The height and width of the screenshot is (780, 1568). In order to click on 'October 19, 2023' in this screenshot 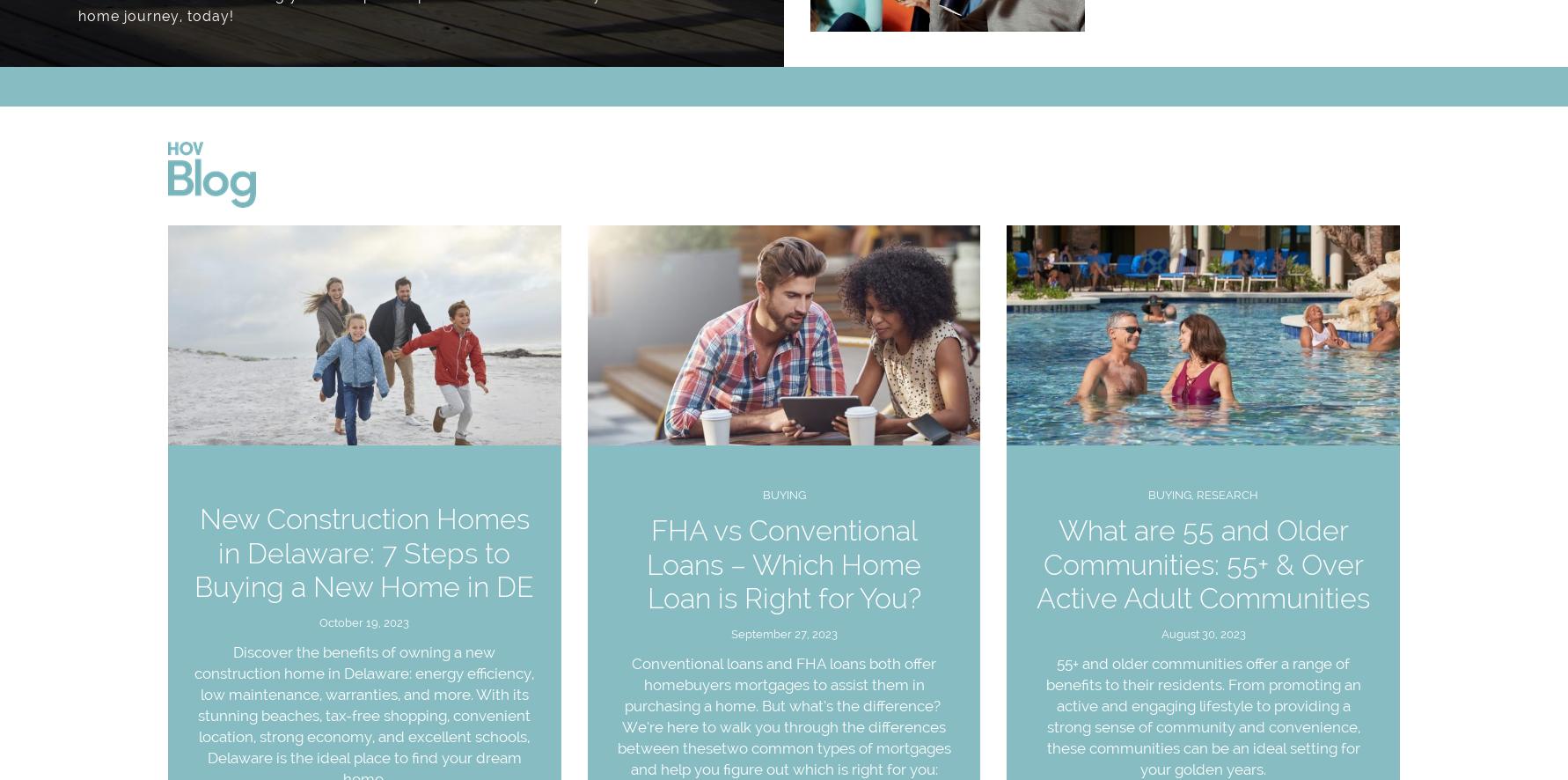, I will do `click(363, 622)`.